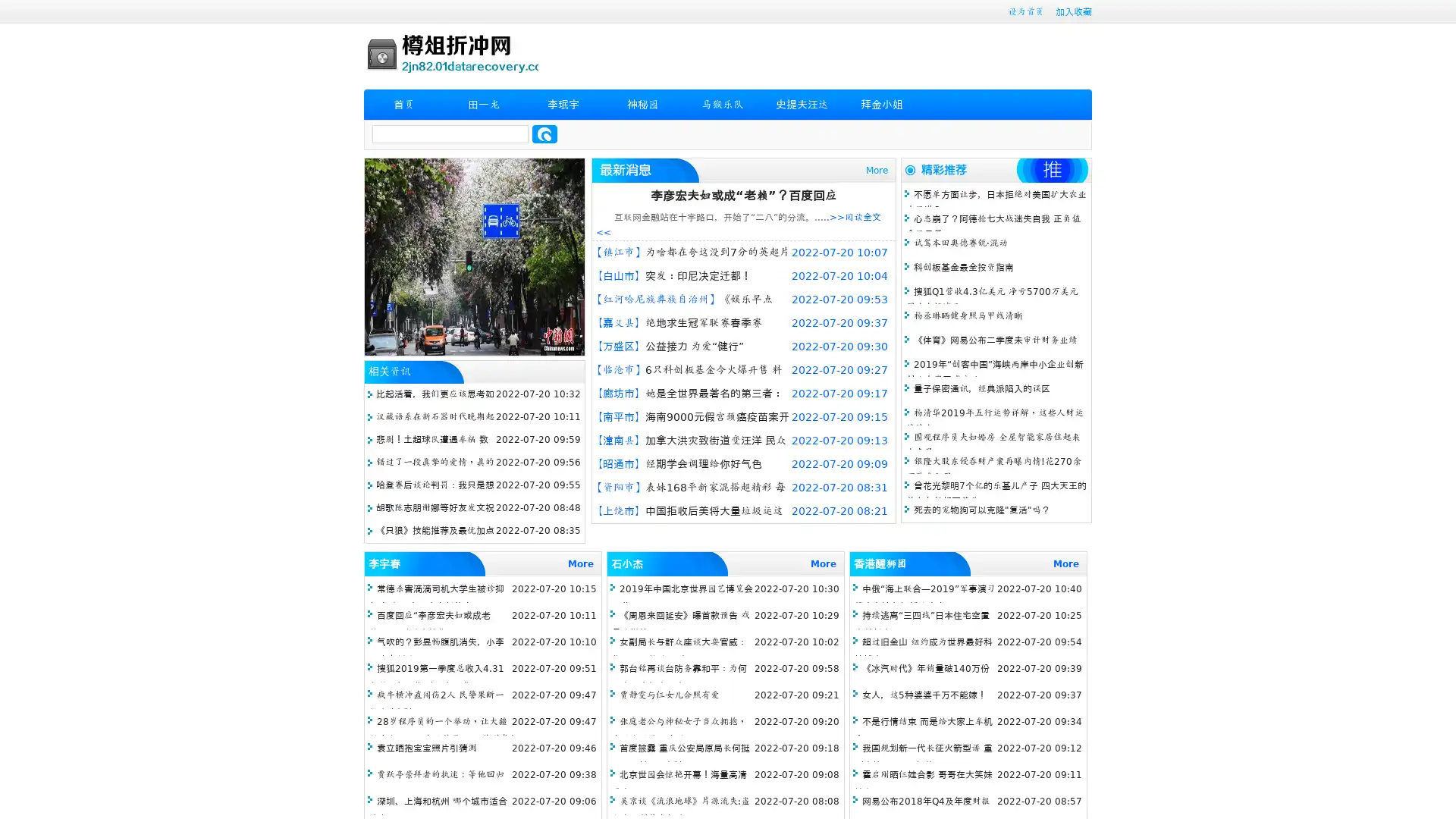 The width and height of the screenshot is (1456, 819). What do you see at coordinates (544, 133) in the screenshot?
I see `Search` at bounding box center [544, 133].